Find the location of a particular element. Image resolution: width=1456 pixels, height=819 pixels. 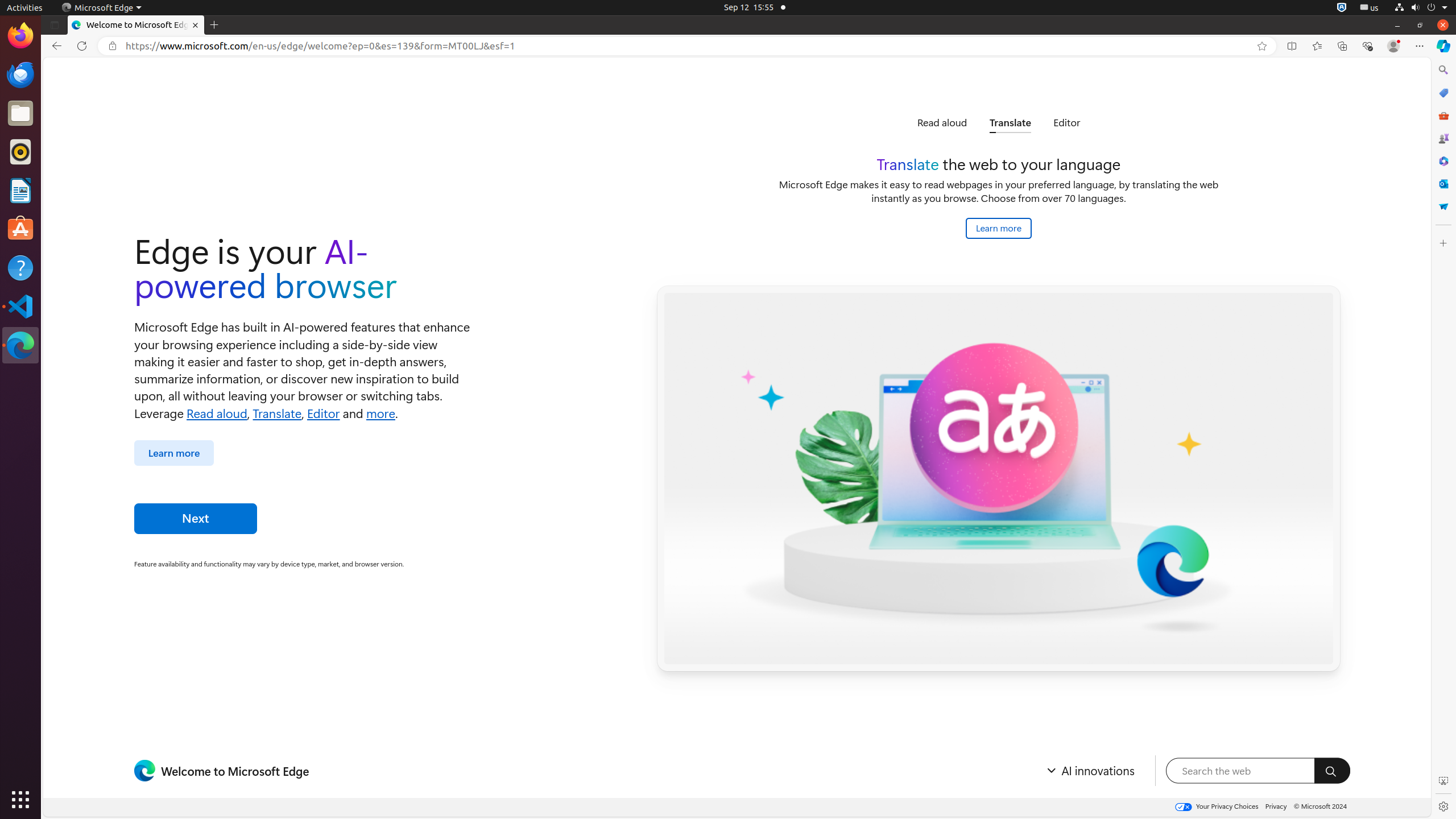

'Ubuntu Software' is located at coordinates (20, 229).